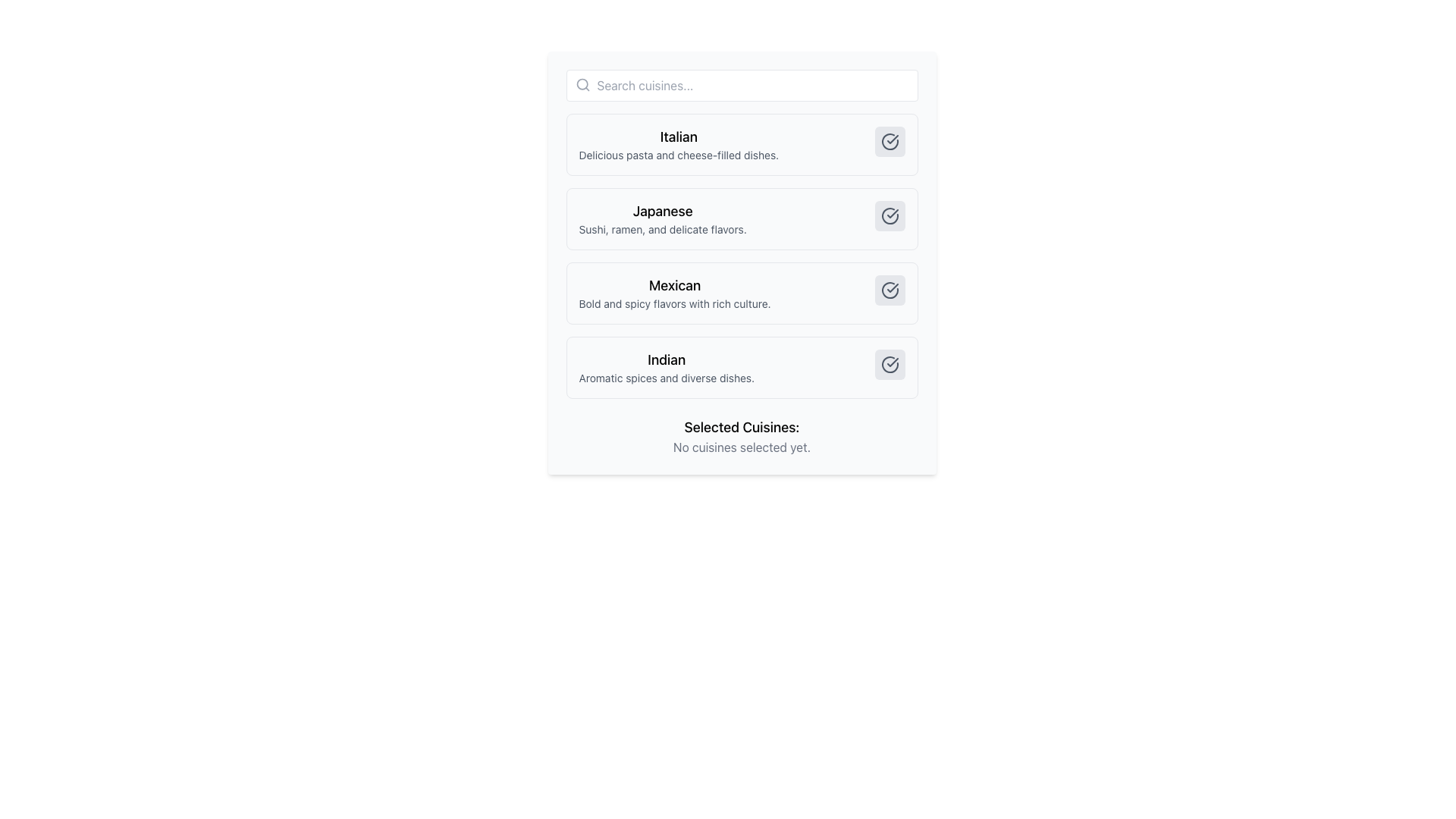 This screenshot has width=1456, height=819. Describe the element at coordinates (890, 216) in the screenshot. I see `the checkmark icon within the circular border located on the right end of the button for the 'Japanese' cuisine entry` at that location.